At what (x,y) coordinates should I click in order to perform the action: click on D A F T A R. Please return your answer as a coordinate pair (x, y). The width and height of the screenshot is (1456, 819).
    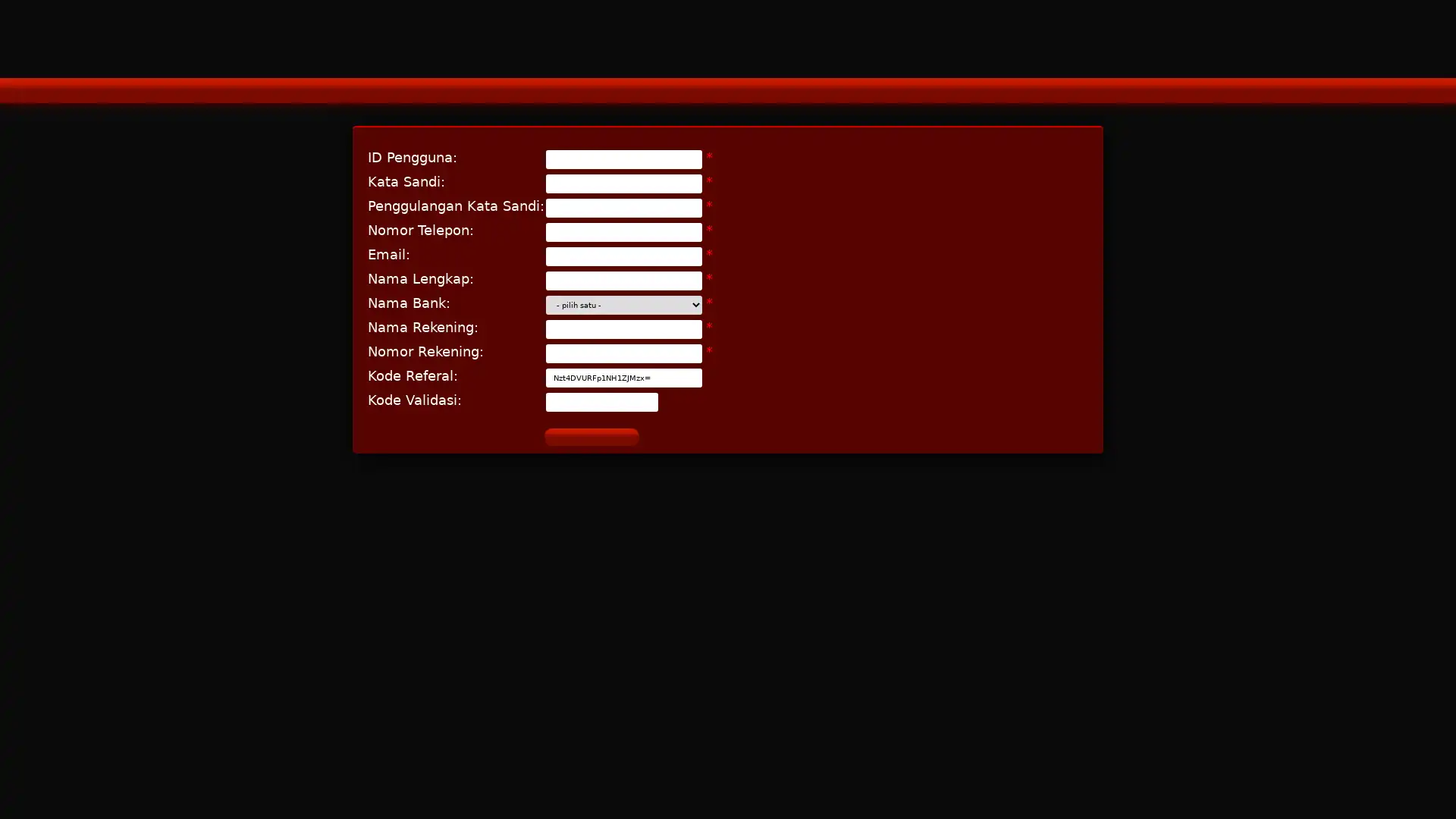
    Looking at the image, I should click on (591, 437).